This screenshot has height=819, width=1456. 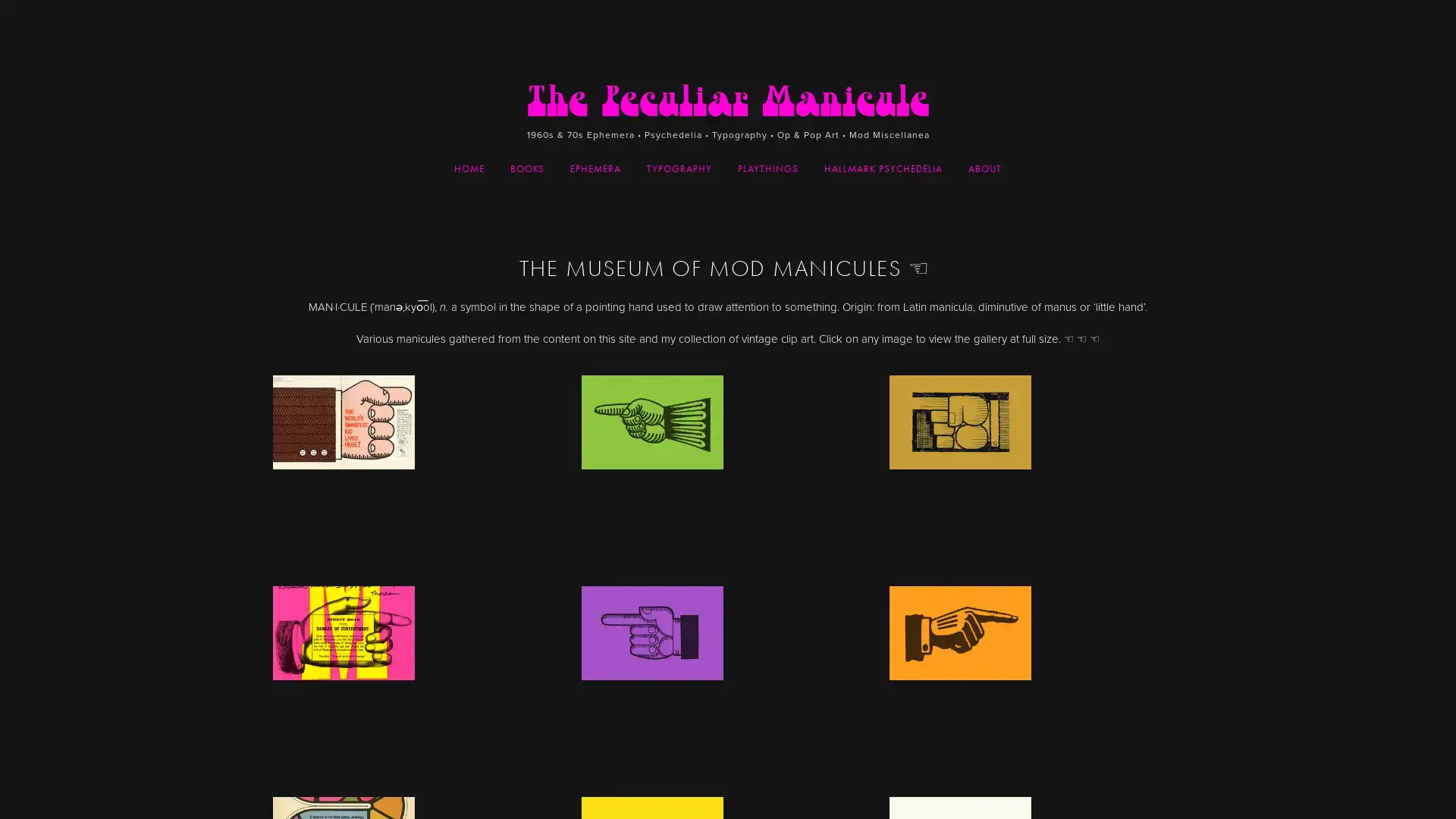 I want to click on View fullsize manuiclue-clip-5.jpg, so click(x=1035, y=683).